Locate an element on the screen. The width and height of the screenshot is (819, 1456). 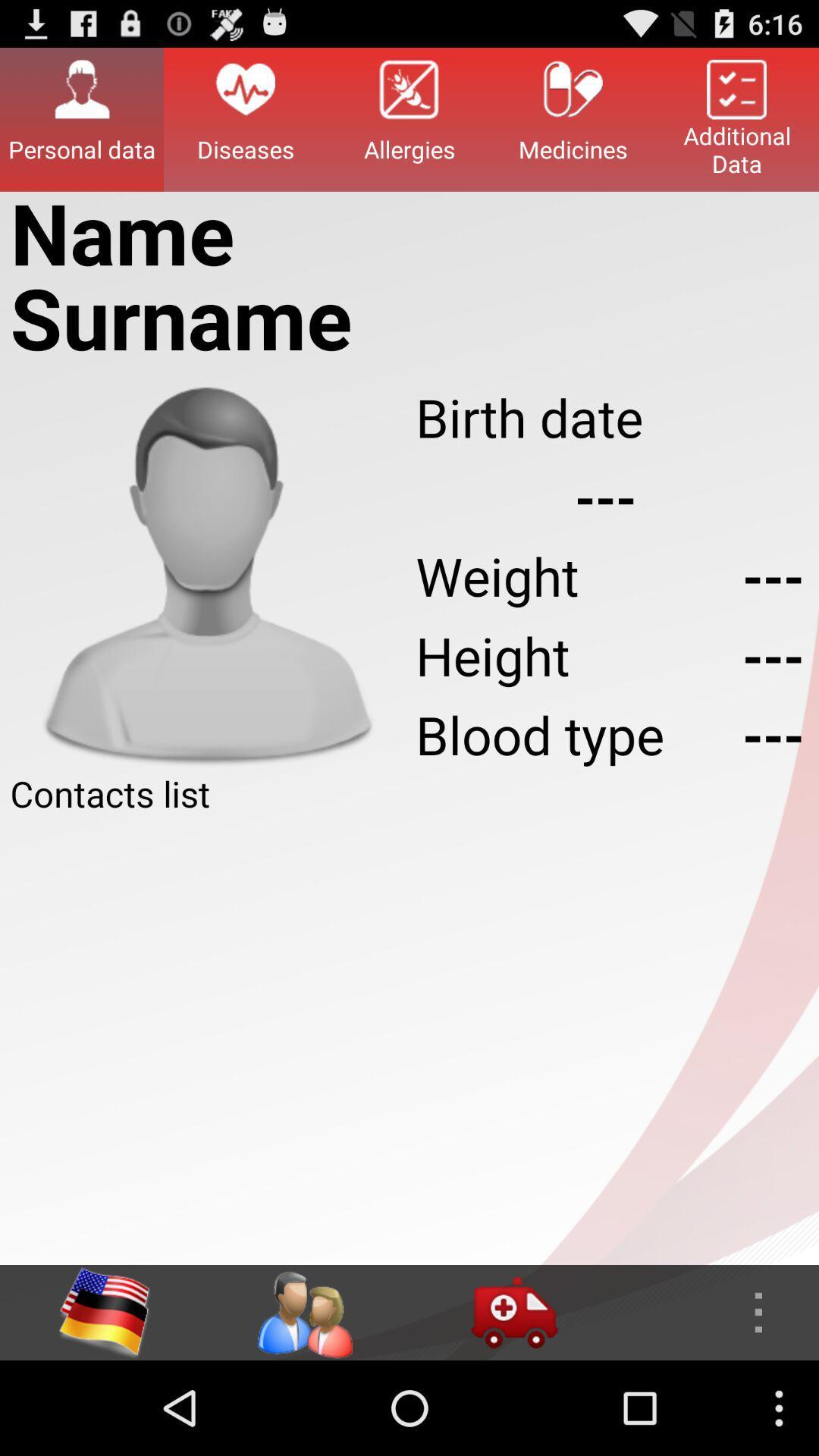
the button next to personal data item is located at coordinates (245, 118).